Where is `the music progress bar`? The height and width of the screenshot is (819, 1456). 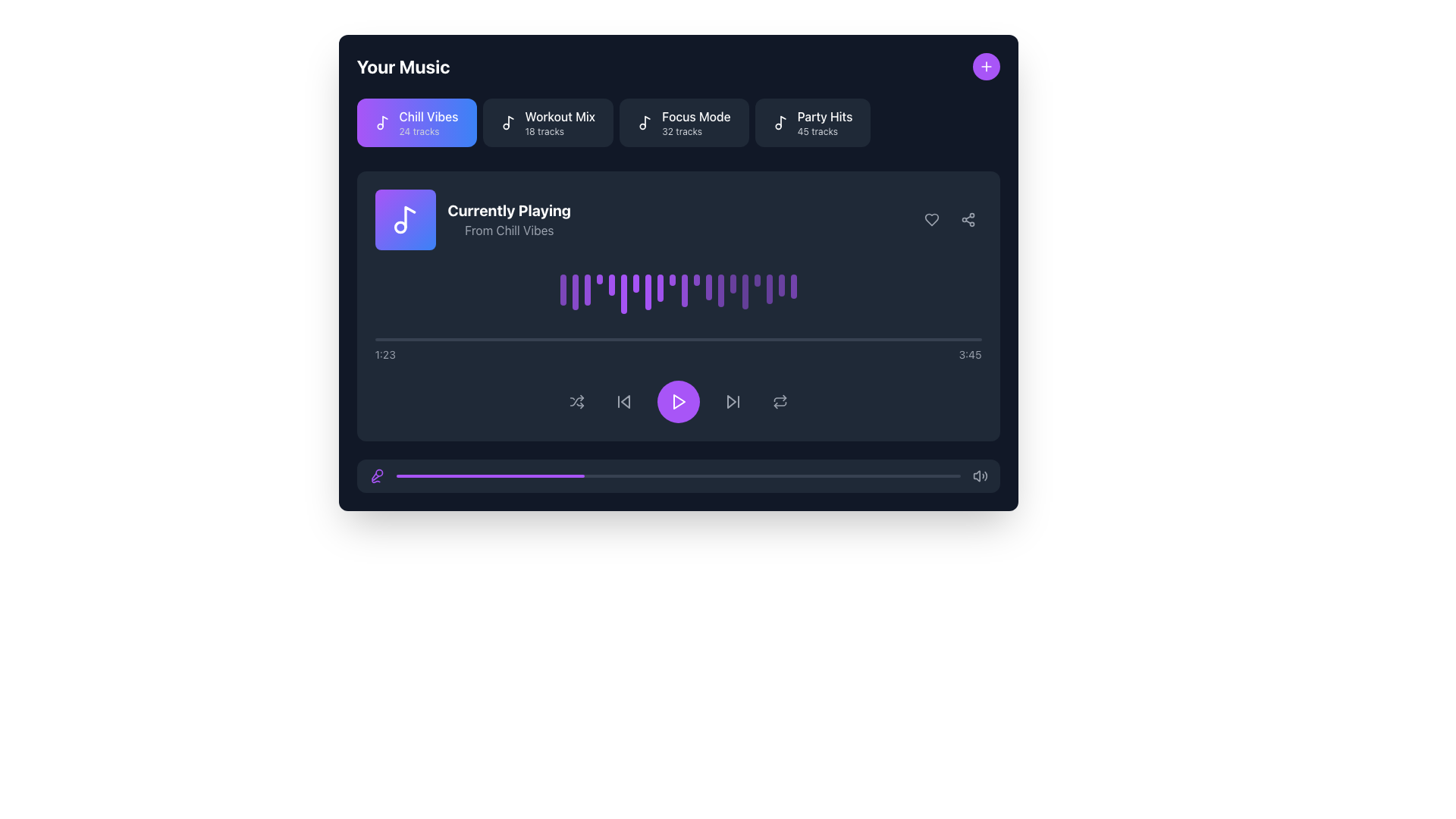 the music progress bar is located at coordinates (457, 475).